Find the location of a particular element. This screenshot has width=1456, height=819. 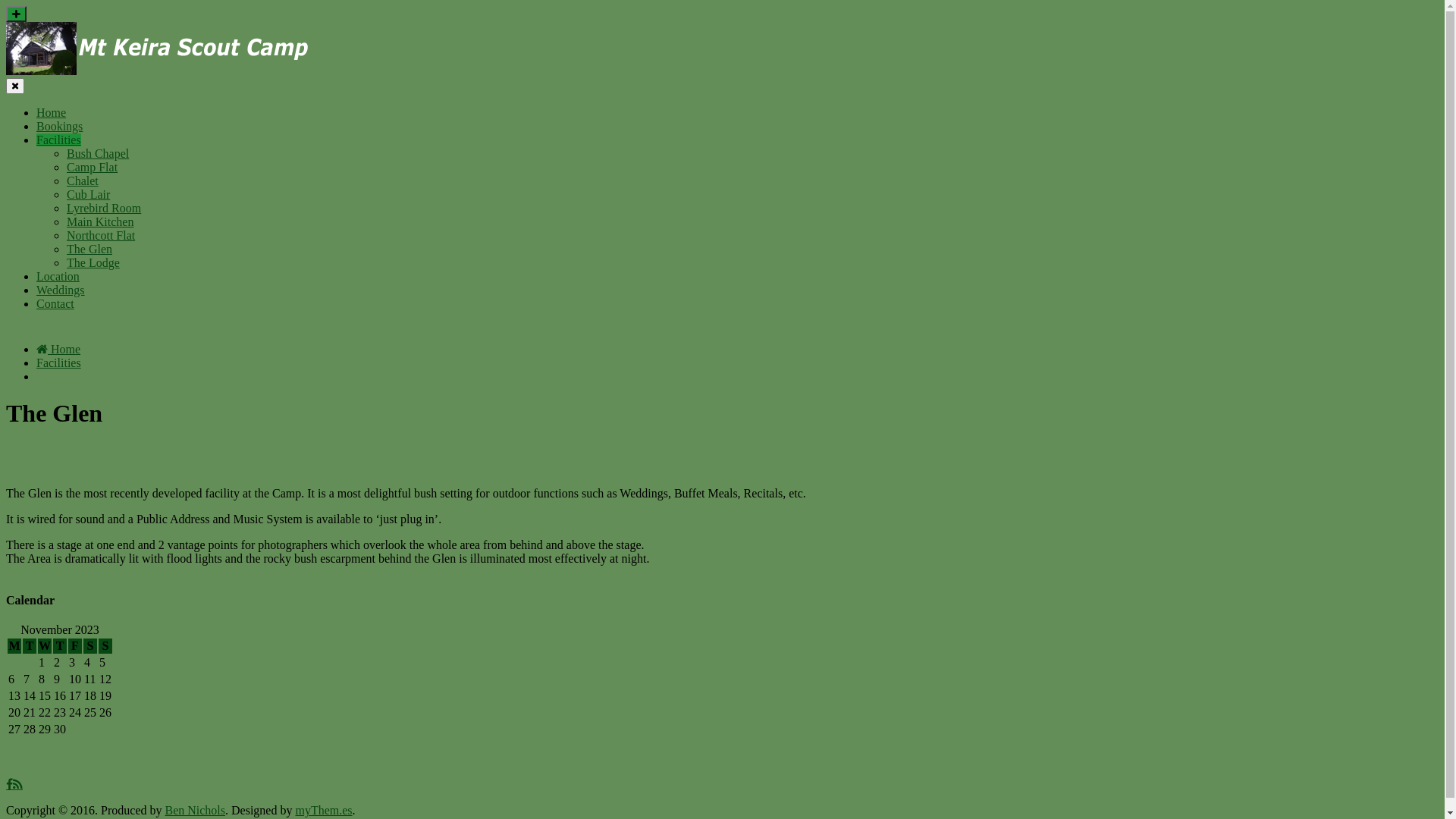

'Cub Lair' is located at coordinates (87, 193).